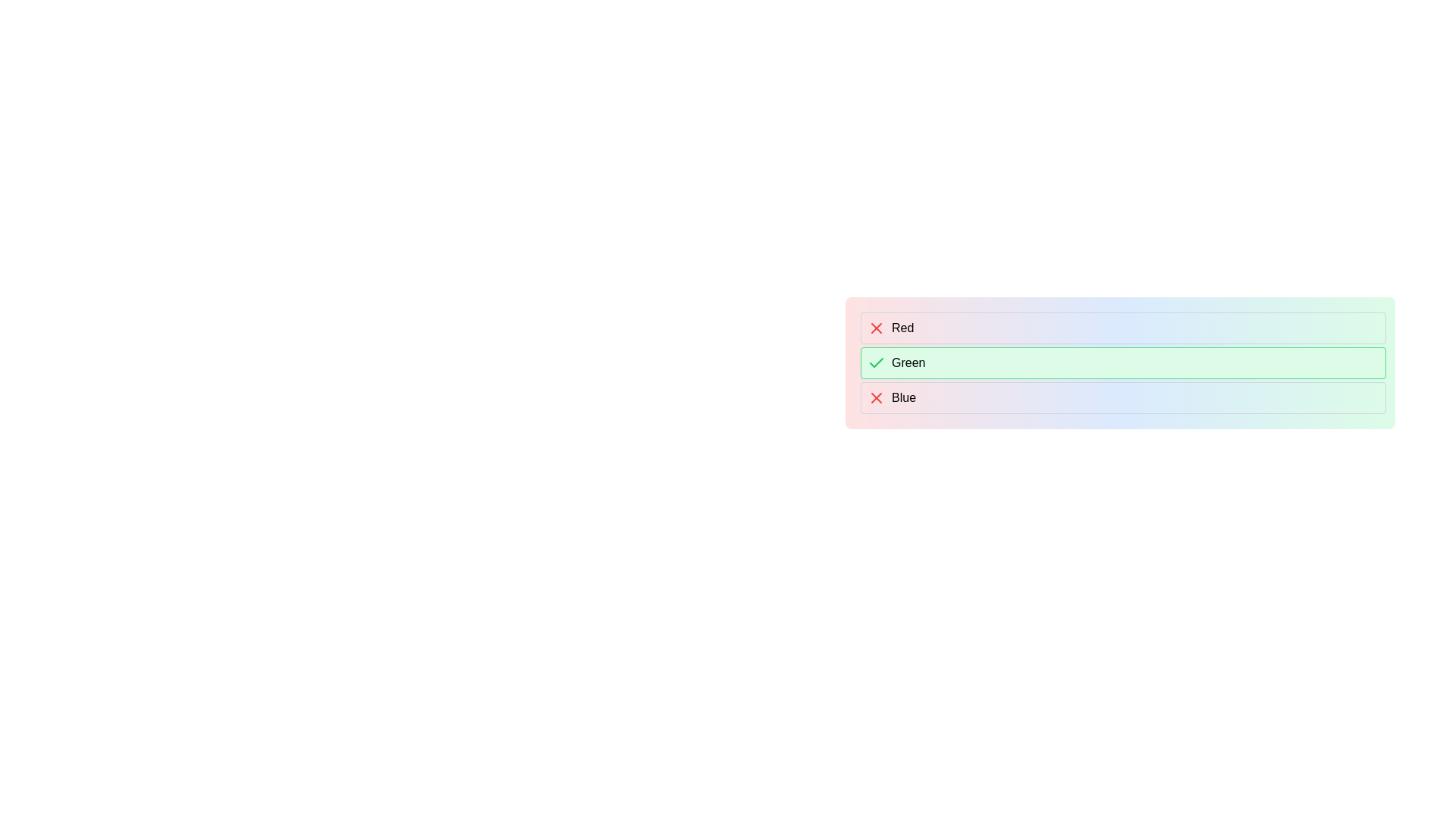 Image resolution: width=1456 pixels, height=819 pixels. What do you see at coordinates (877, 397) in the screenshot?
I see `the red cross icon button in the 'Blue' option row` at bounding box center [877, 397].